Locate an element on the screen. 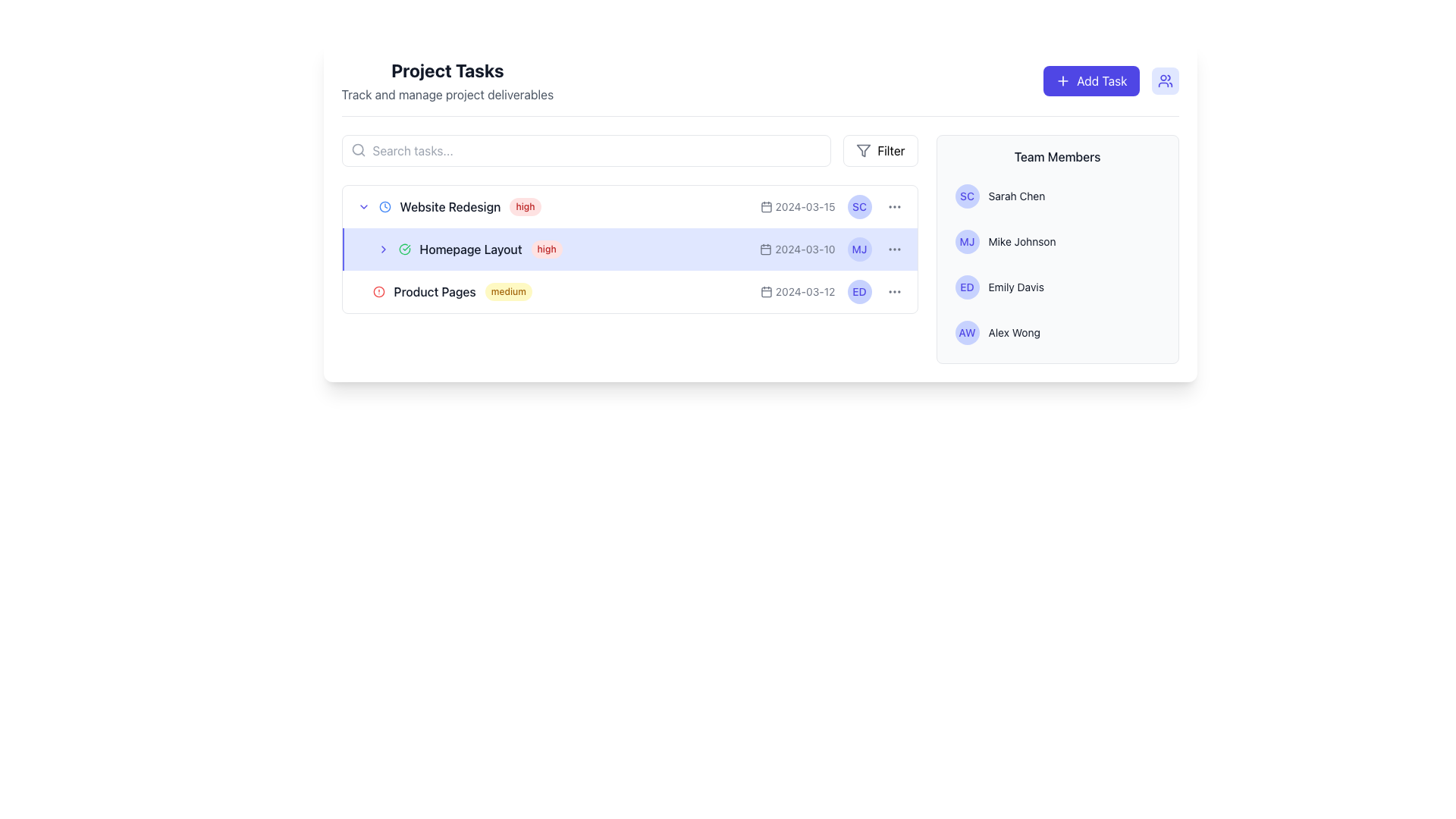  the three-dot vertical ellipsis icon button, styled with a subtle gray color, located to the right of the text 'MJ' in the horizontal layout is located at coordinates (894, 248).